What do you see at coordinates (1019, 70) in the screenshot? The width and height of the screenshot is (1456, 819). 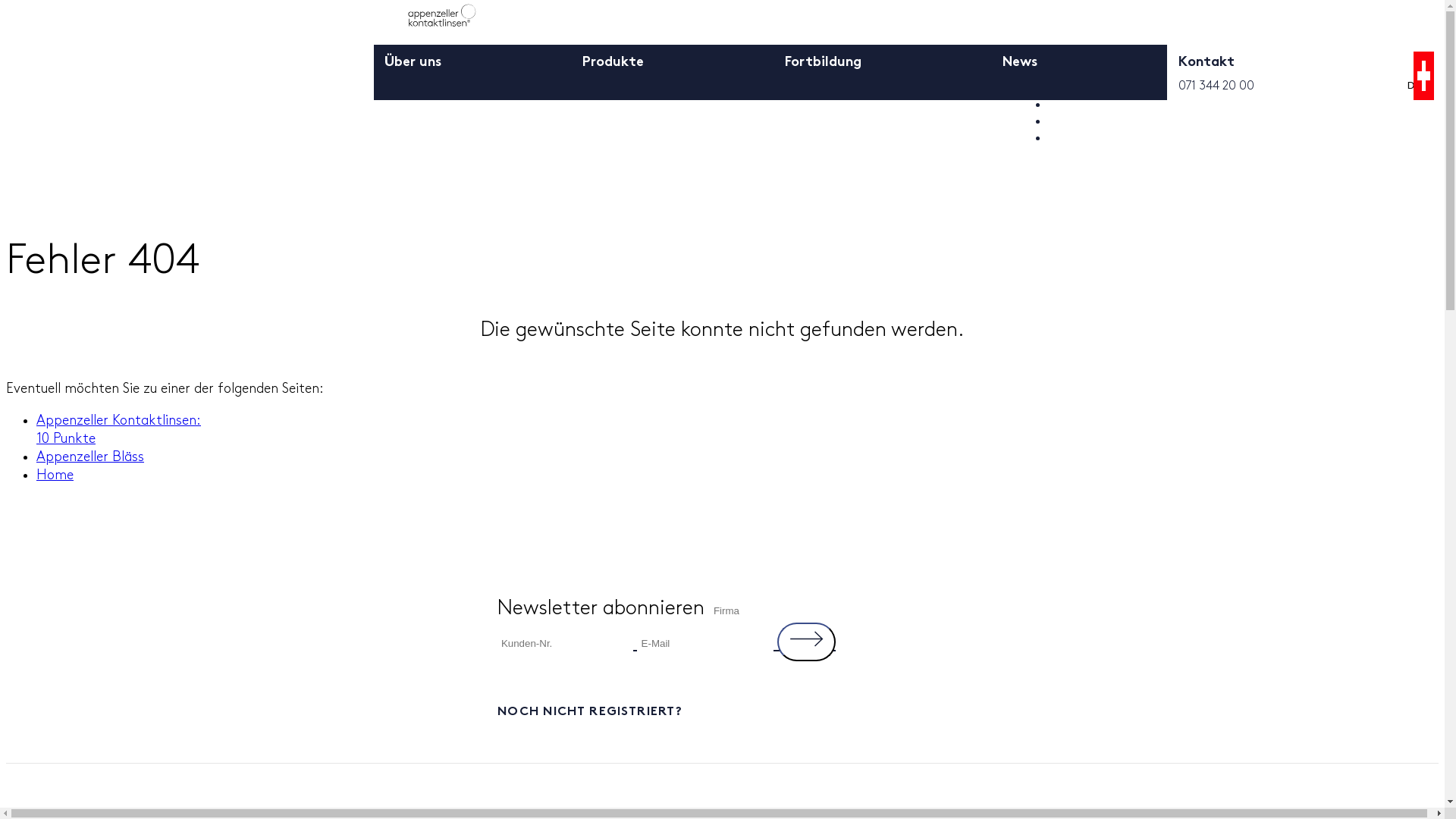 I see `'News'` at bounding box center [1019, 70].